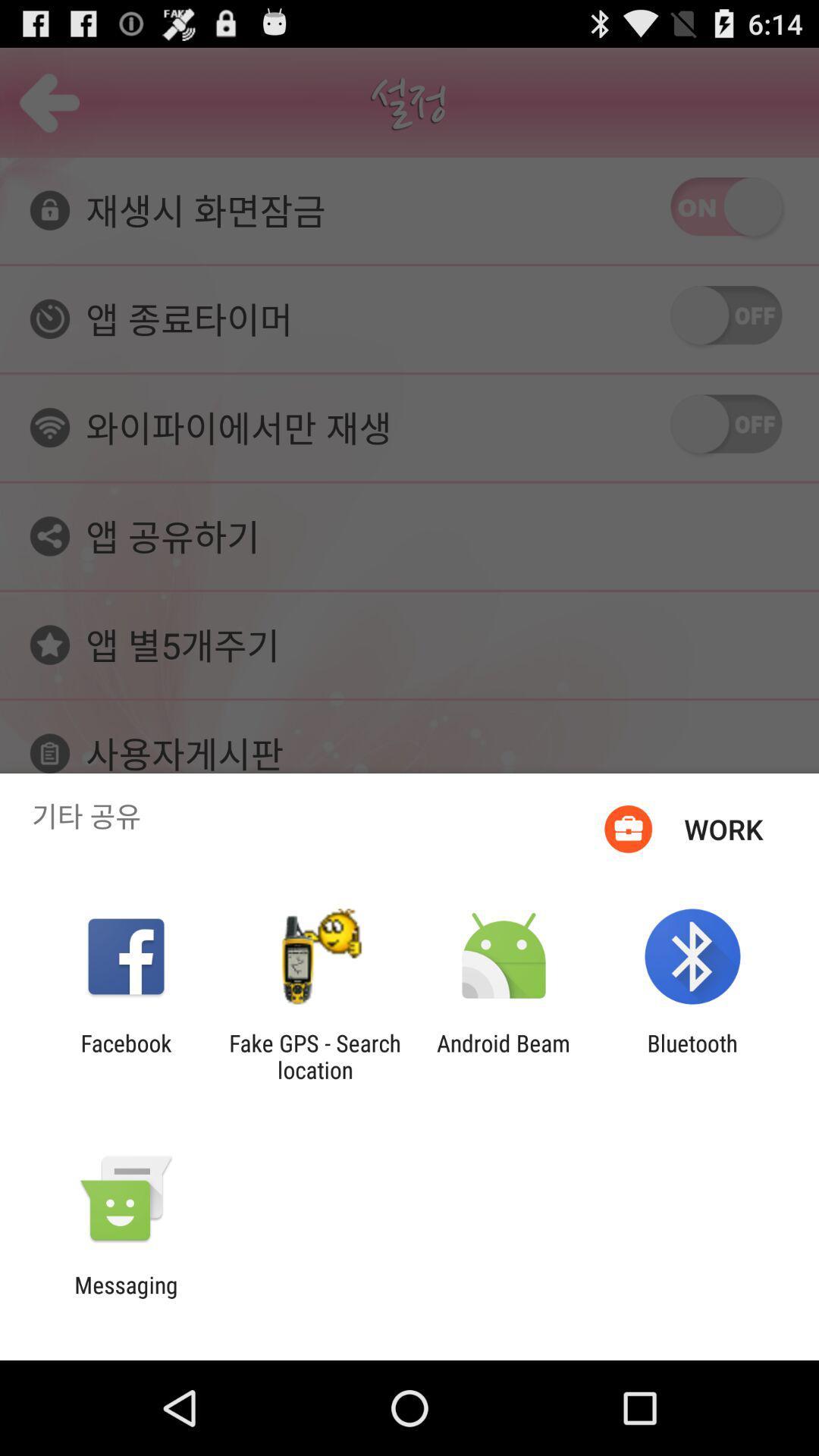 The width and height of the screenshot is (819, 1456). Describe the element at coordinates (314, 1056) in the screenshot. I see `item to the left of the android beam item` at that location.